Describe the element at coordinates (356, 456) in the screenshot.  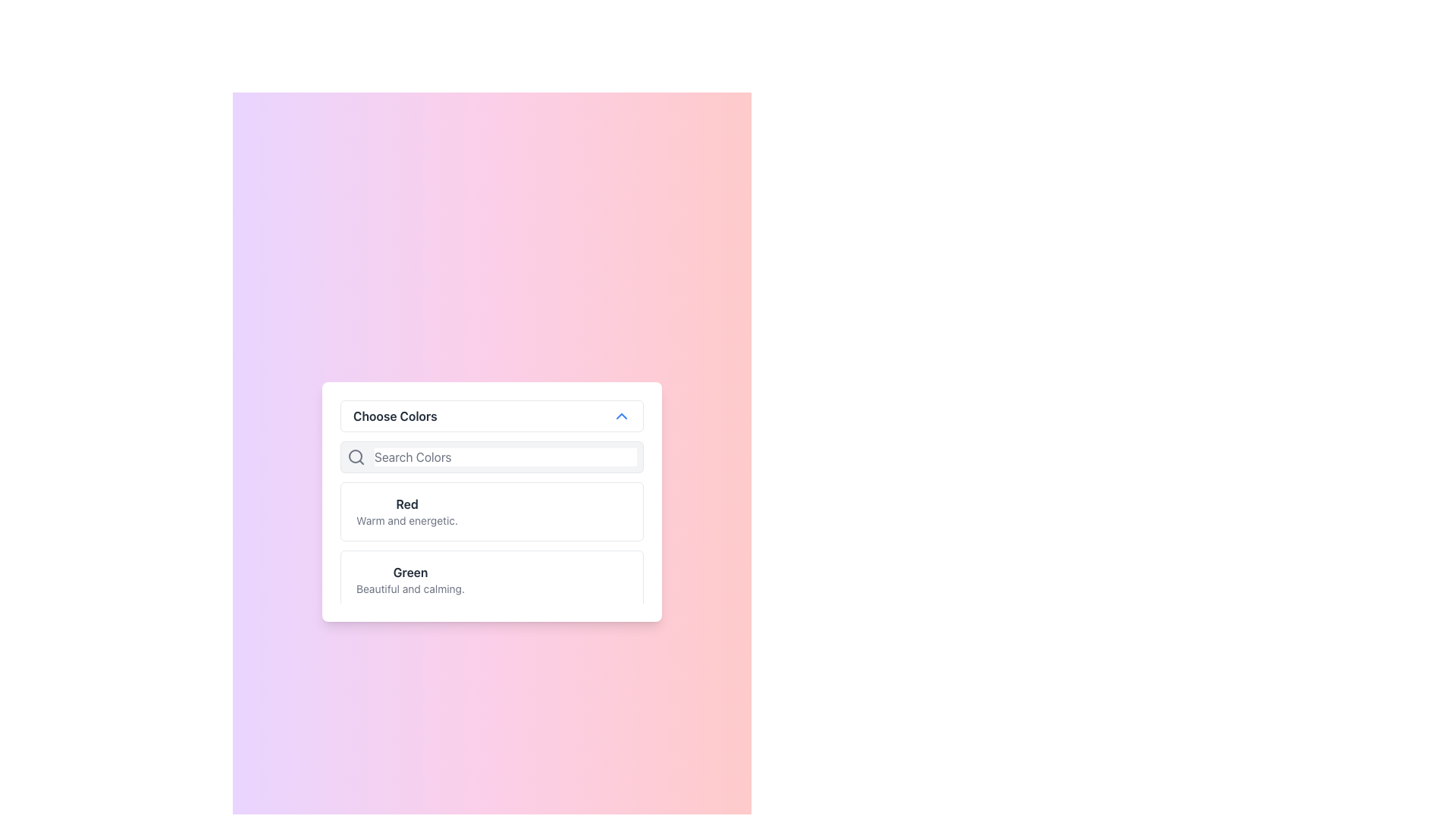
I see `the search icon located to the immediate left of the text input field in the search bar component labeled 'Choose Colors'` at that location.